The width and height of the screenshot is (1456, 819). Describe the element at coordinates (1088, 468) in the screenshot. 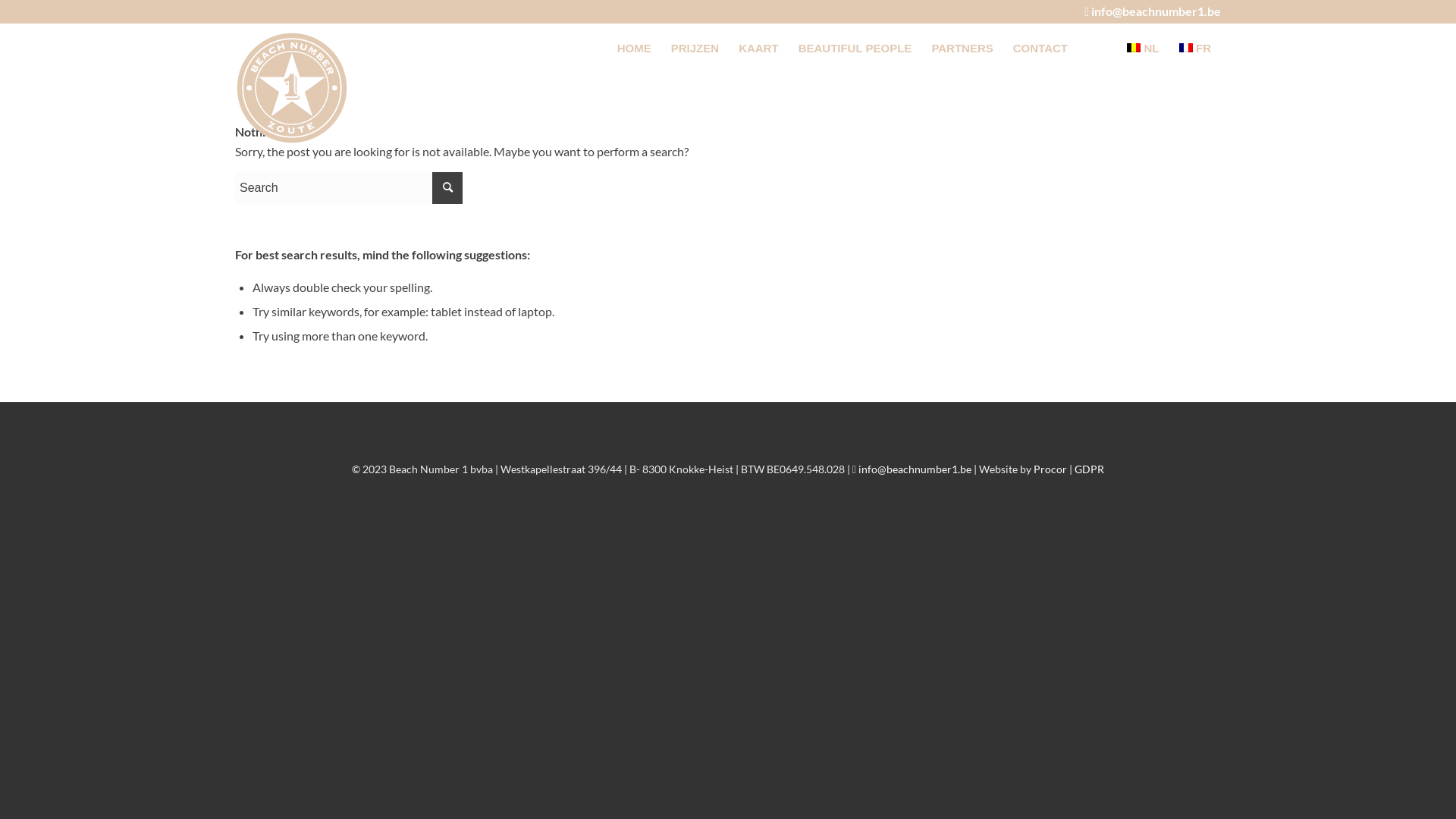

I see `'GDPR'` at that location.